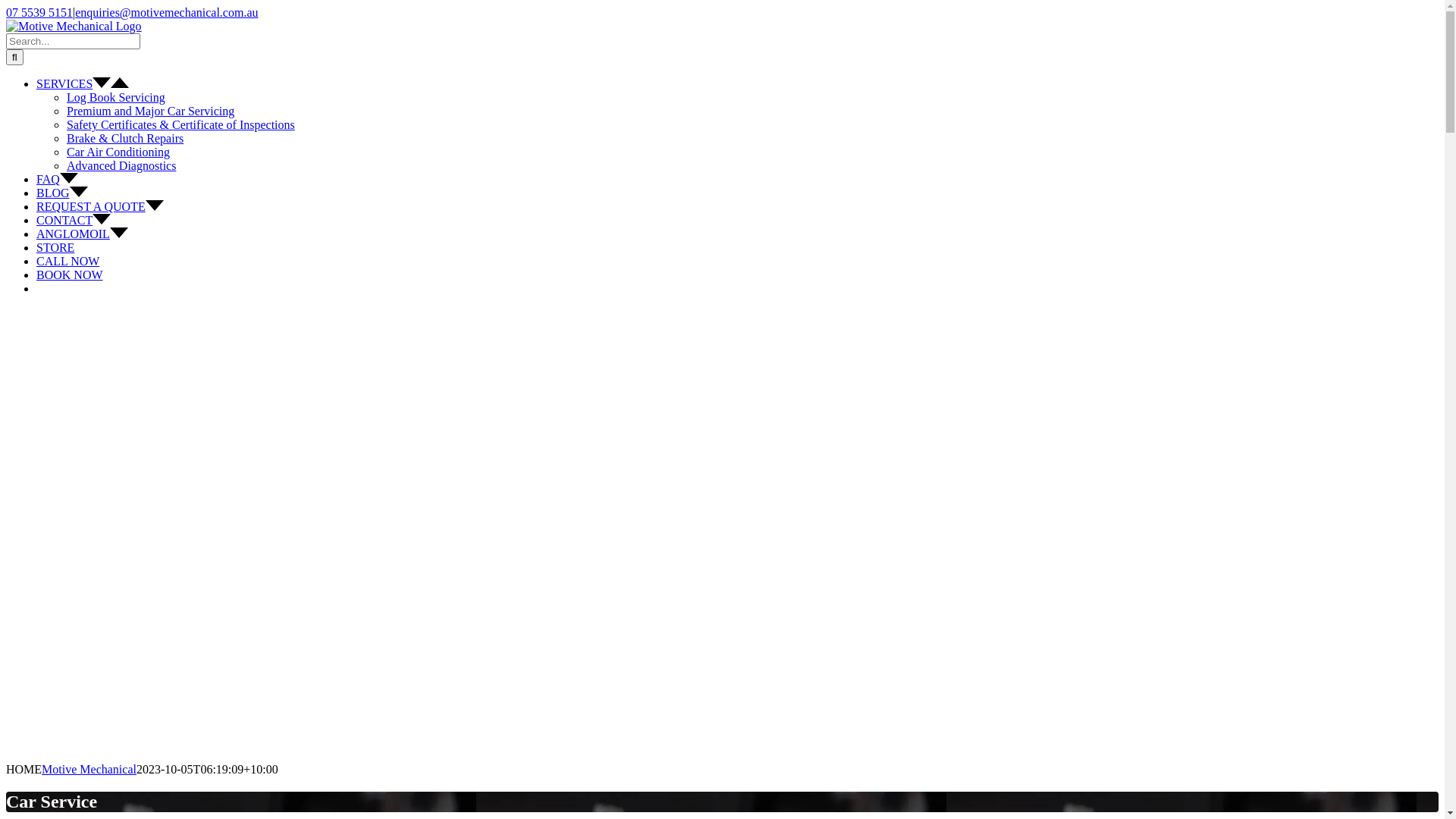  What do you see at coordinates (67, 260) in the screenshot?
I see `'CALL NOW'` at bounding box center [67, 260].